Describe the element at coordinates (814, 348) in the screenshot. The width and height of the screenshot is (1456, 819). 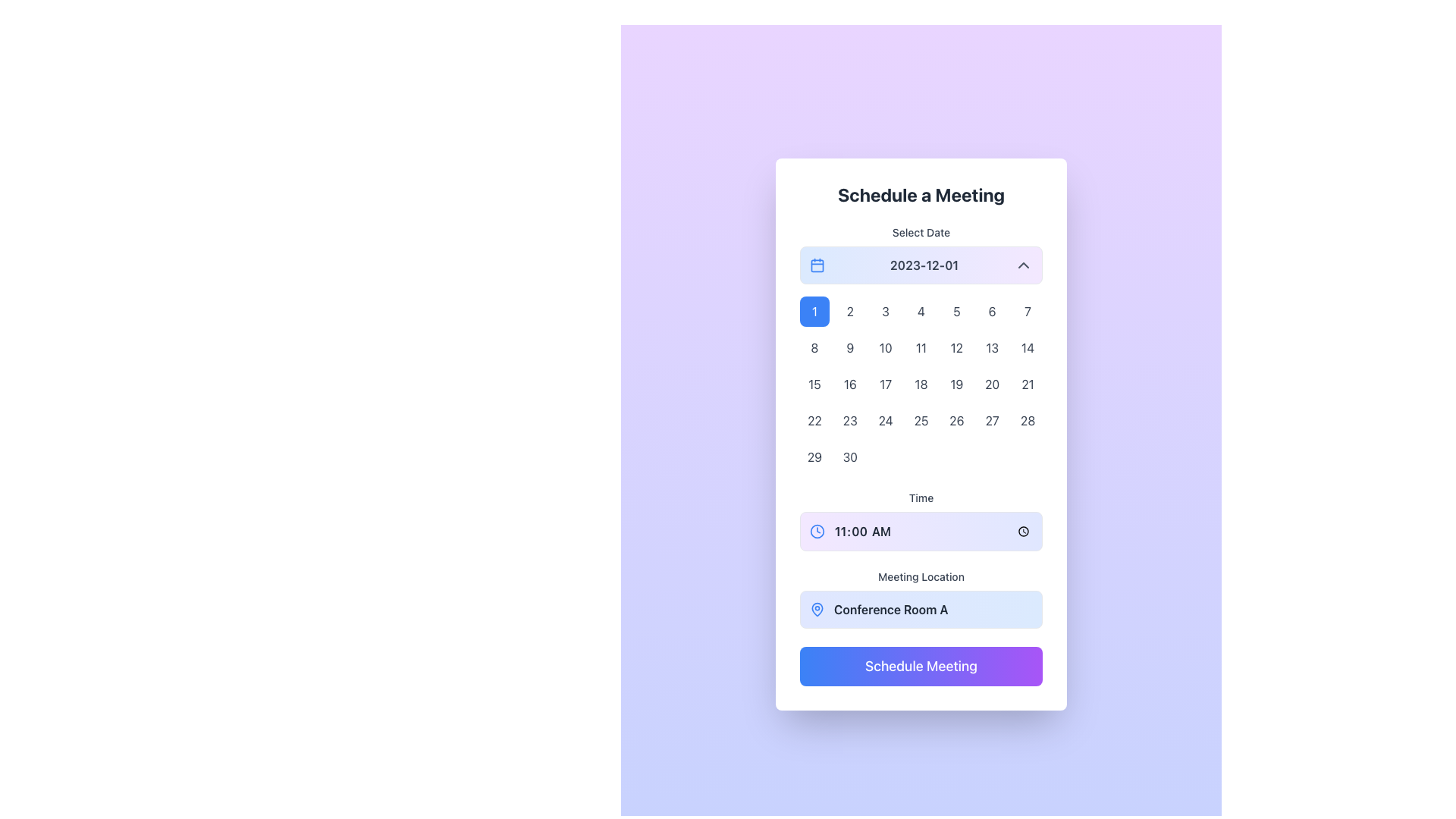
I see `the button representing the selectable day in the calendar interface located in the second row, below the number '1'` at that location.